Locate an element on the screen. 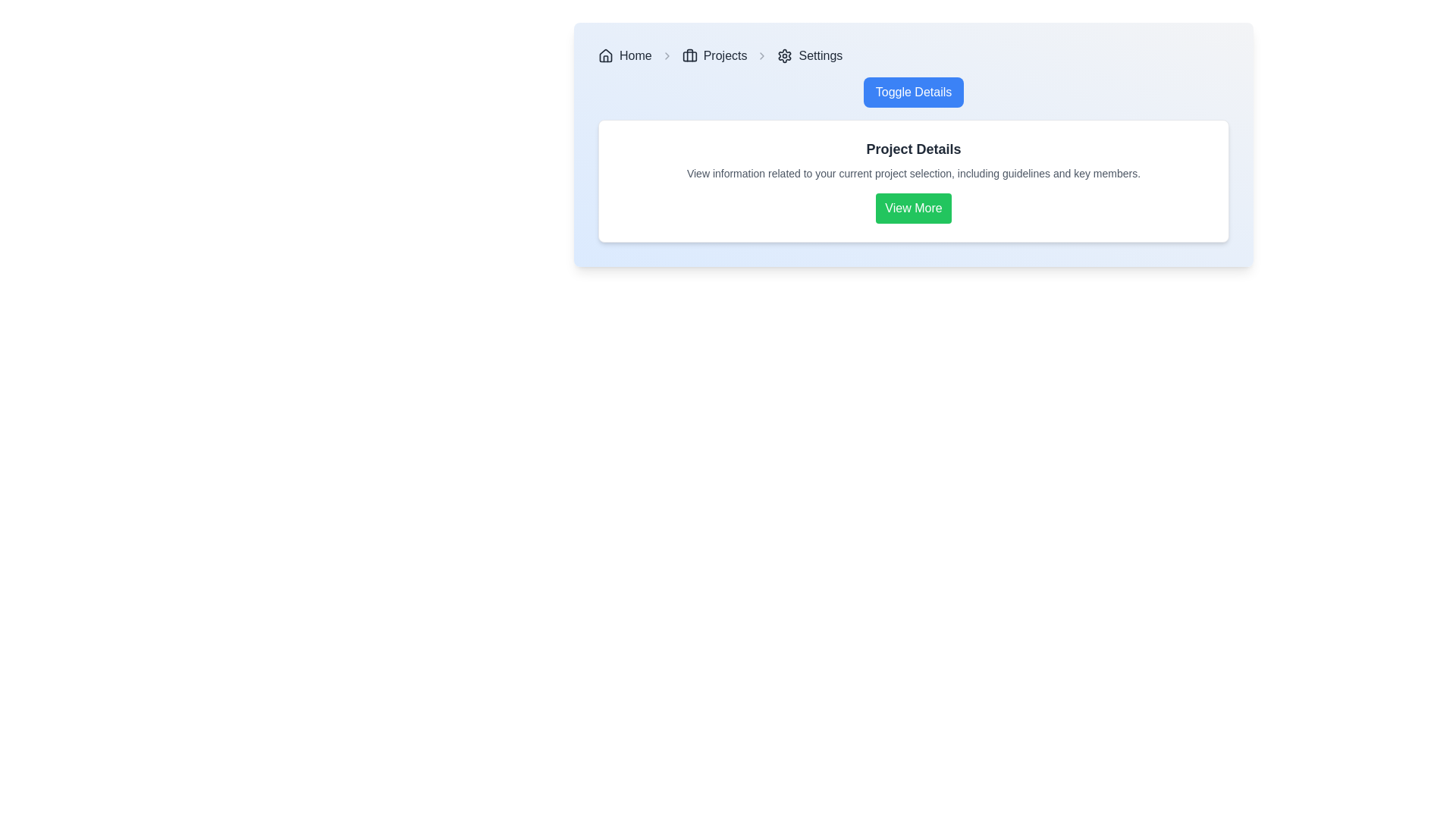 This screenshot has width=1456, height=819. the section containing the title 'Project Details' and the button labeled 'View More', which is located below the 'Toggle Details' button is located at coordinates (912, 160).